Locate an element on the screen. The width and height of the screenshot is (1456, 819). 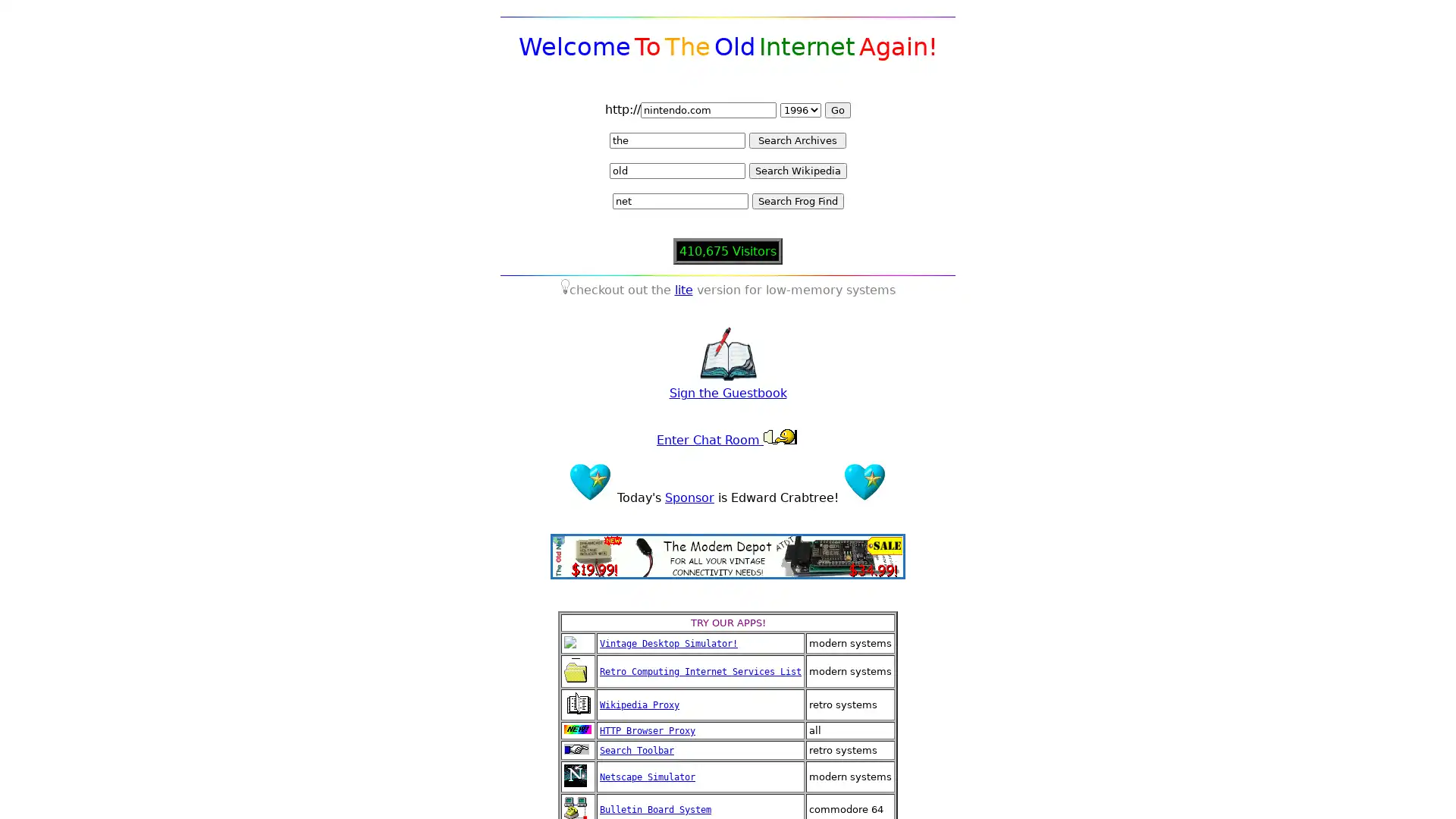
Search Archives is located at coordinates (796, 140).